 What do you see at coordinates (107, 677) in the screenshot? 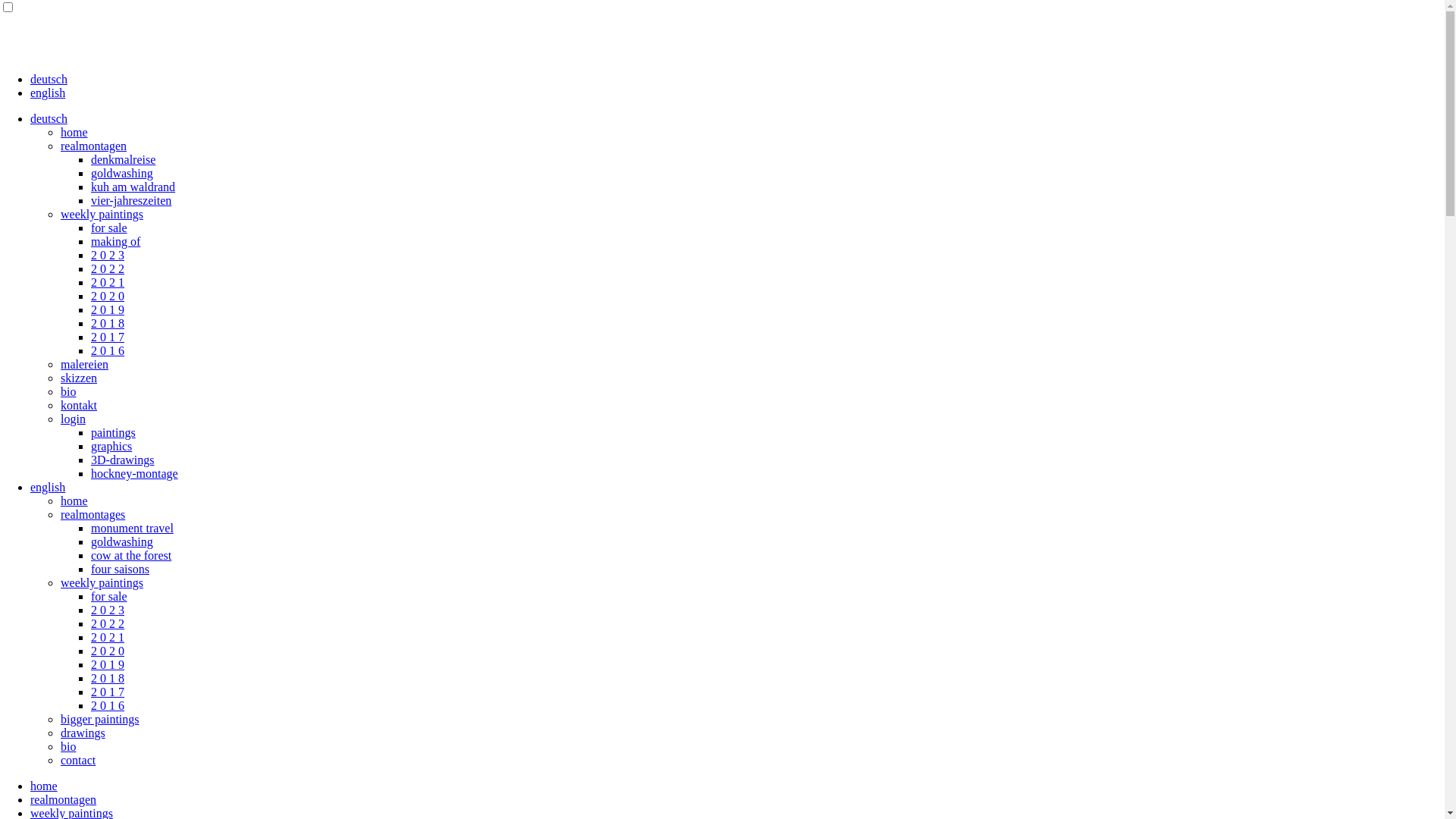
I see `'2 0 1 8'` at bounding box center [107, 677].